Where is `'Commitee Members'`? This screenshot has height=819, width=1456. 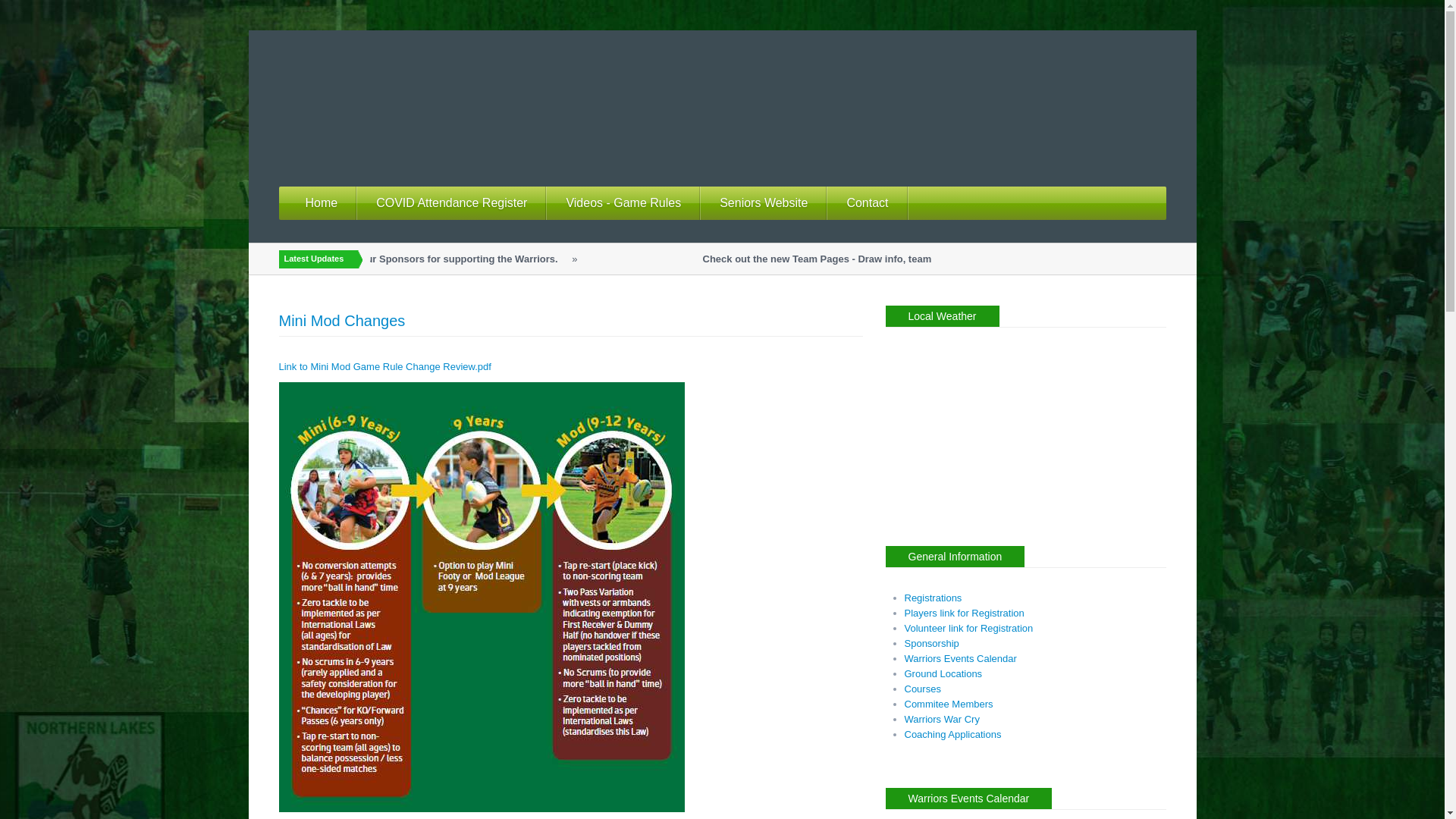 'Commitee Members' is located at coordinates (947, 704).